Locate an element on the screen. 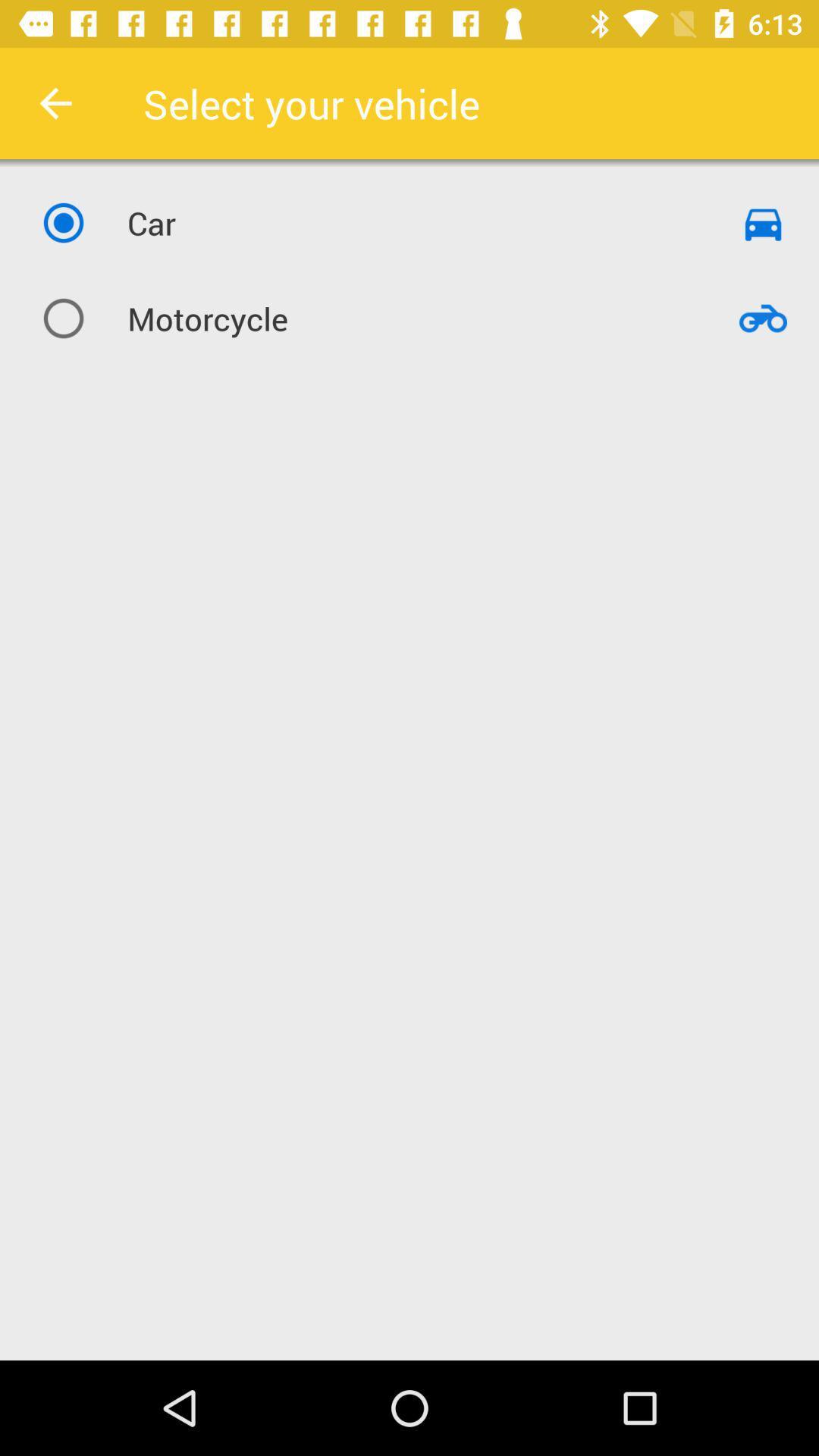 The image size is (819, 1456). go back is located at coordinates (55, 102).